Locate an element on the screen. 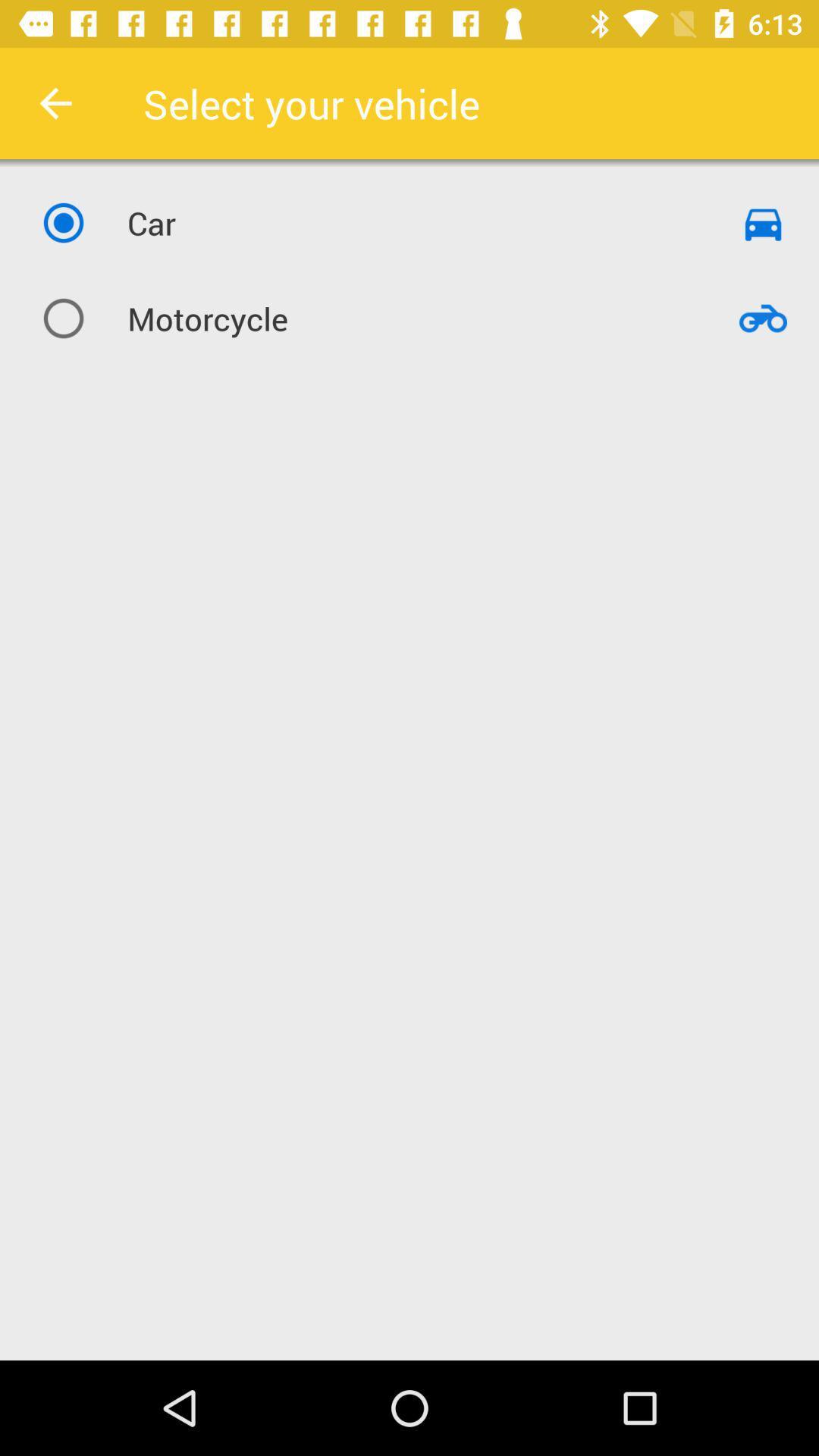 The image size is (819, 1456). go back is located at coordinates (55, 102).